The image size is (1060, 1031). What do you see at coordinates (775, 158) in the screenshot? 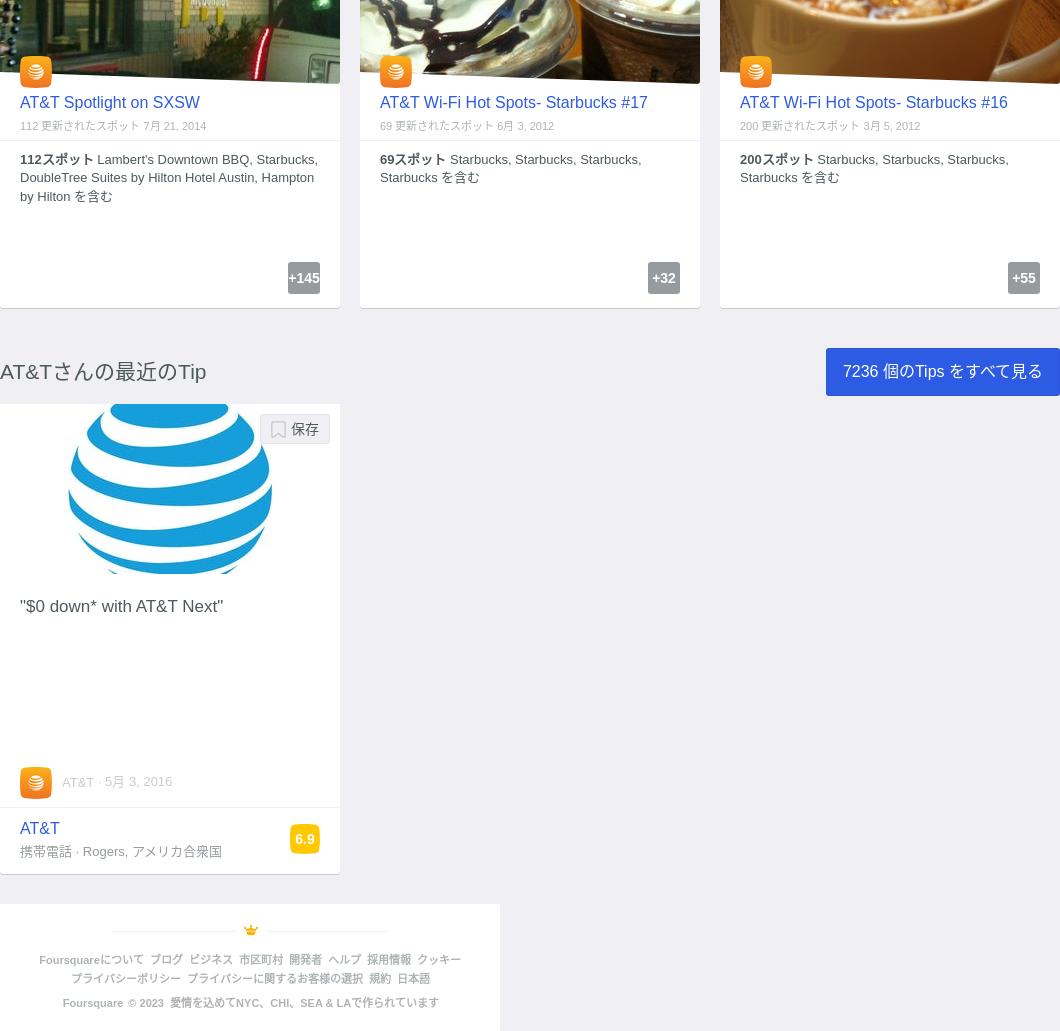
I see `'200スポット'` at bounding box center [775, 158].